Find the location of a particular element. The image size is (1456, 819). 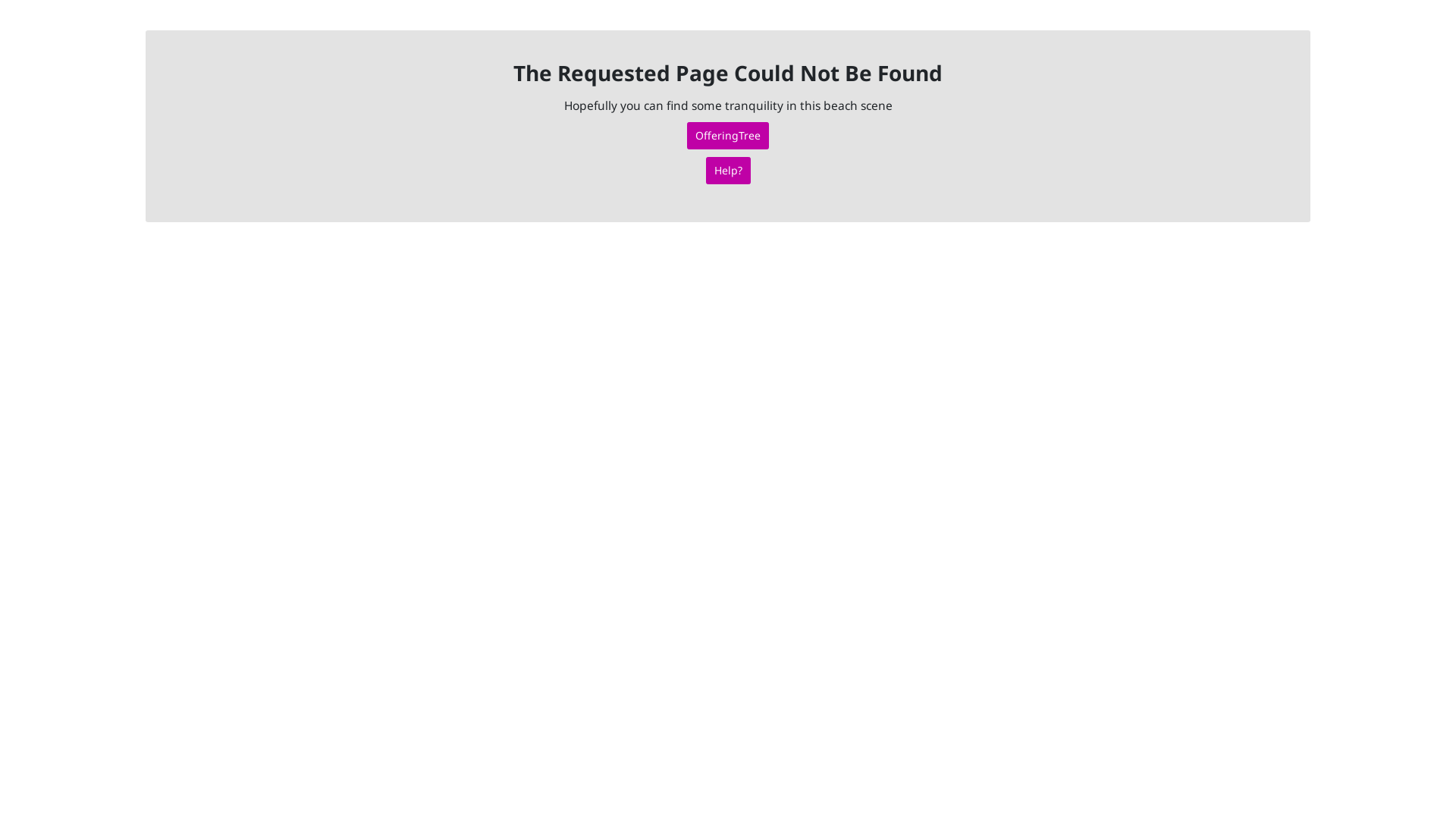

'Help?' is located at coordinates (726, 170).